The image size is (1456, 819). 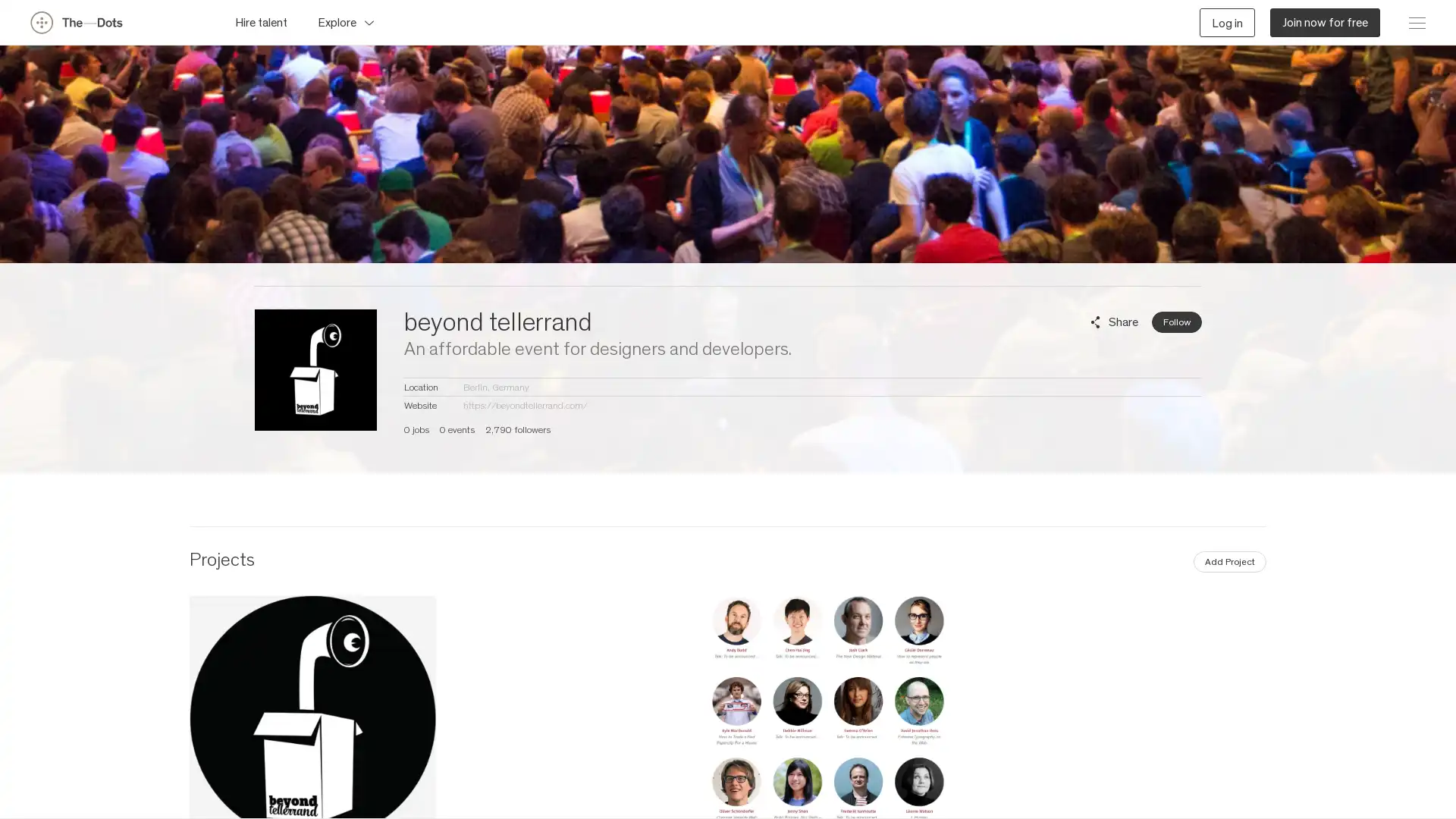 What do you see at coordinates (1324, 22) in the screenshot?
I see `Join now for free` at bounding box center [1324, 22].